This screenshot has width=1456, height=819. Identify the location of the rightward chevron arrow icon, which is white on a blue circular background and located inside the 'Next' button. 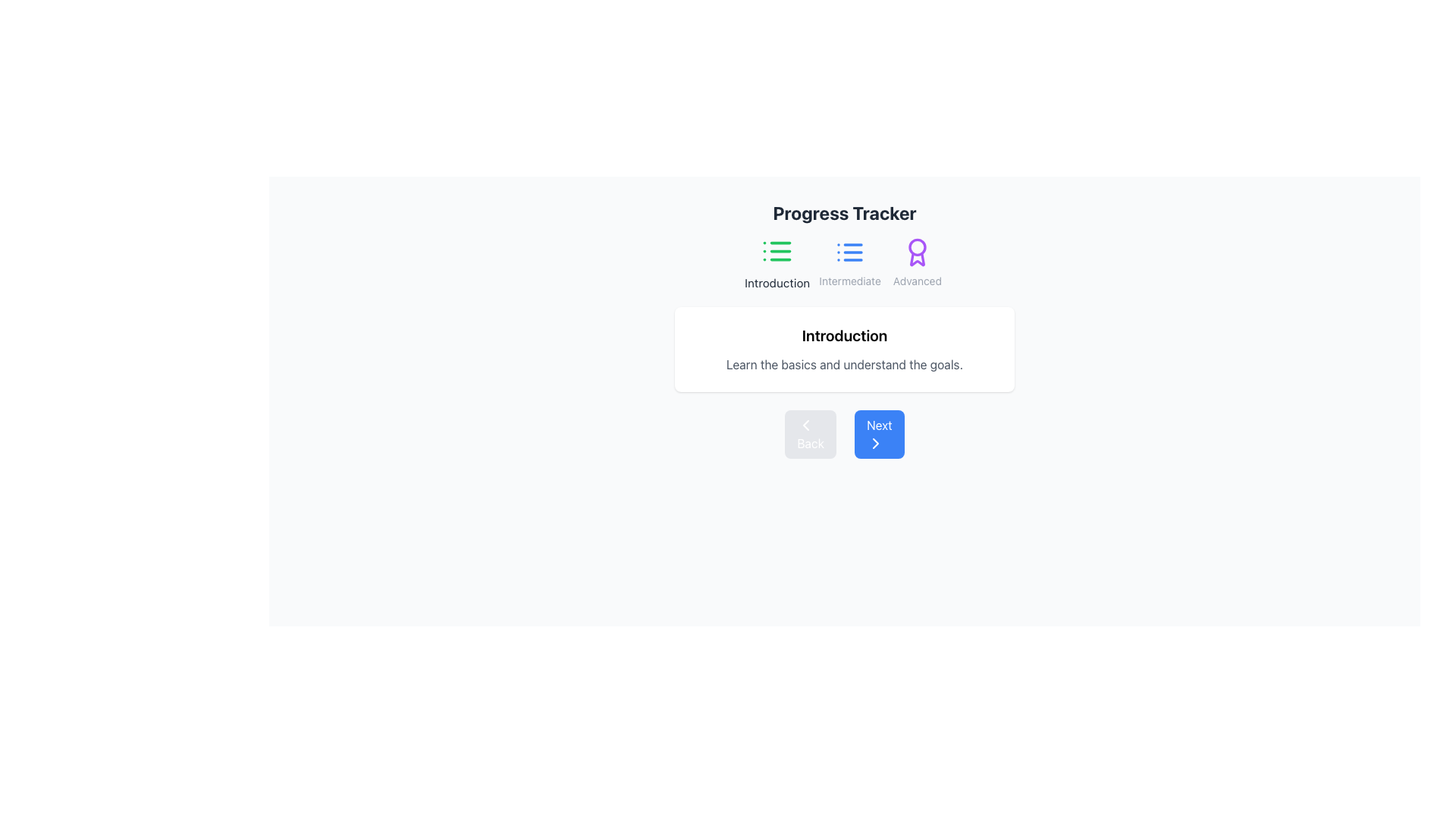
(876, 444).